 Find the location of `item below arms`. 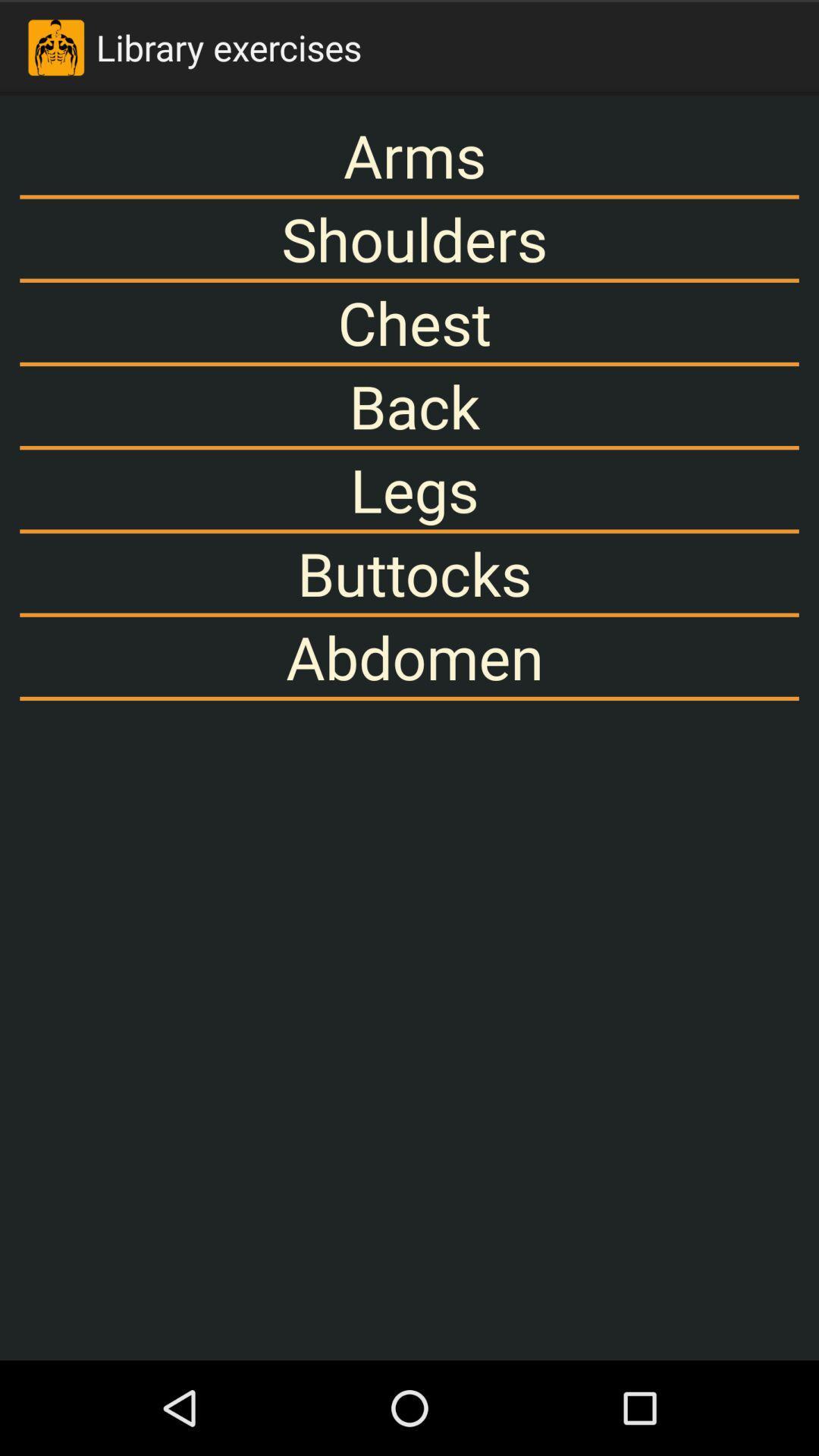

item below arms is located at coordinates (409, 238).